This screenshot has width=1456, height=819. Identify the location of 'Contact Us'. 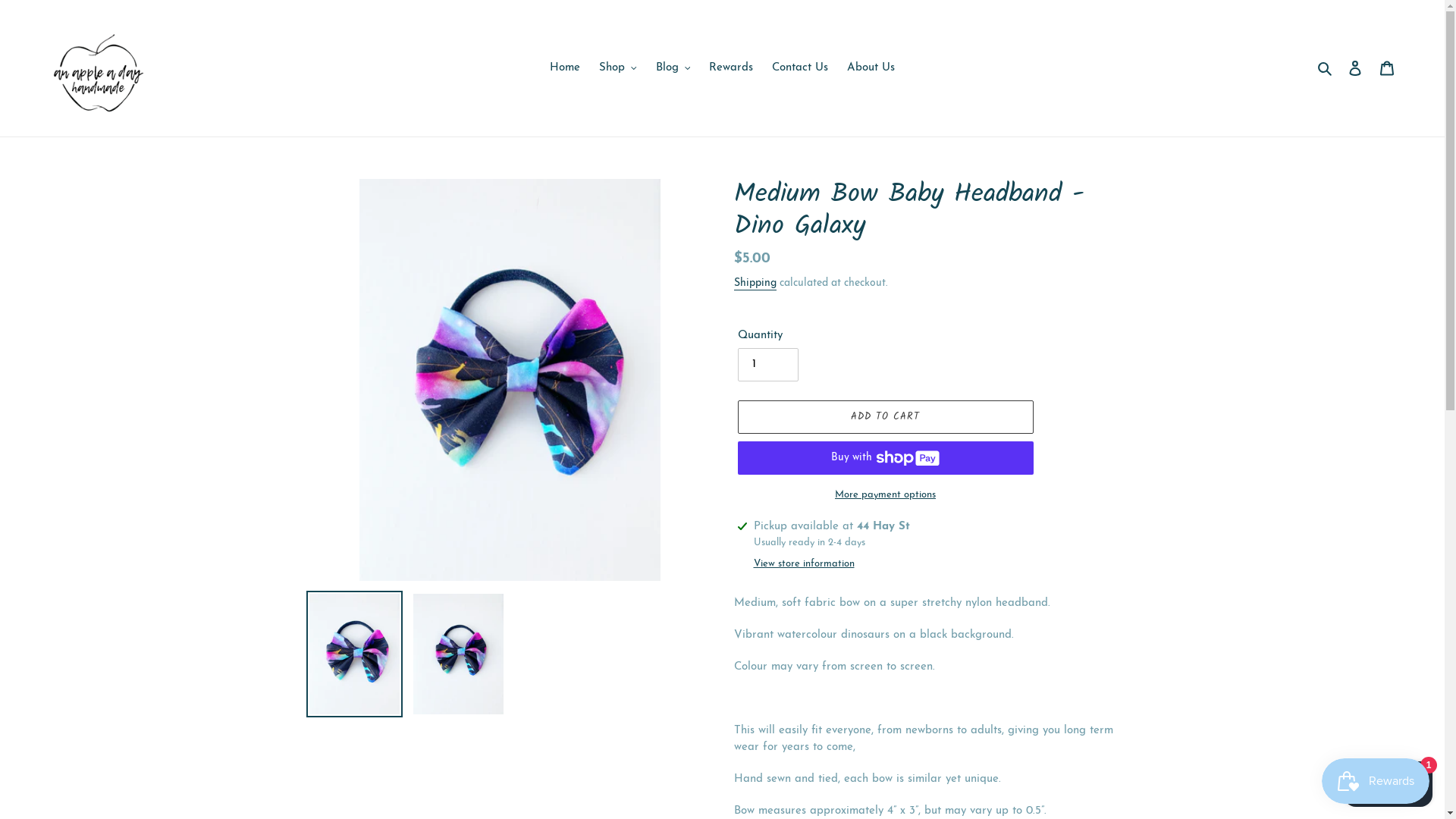
(799, 68).